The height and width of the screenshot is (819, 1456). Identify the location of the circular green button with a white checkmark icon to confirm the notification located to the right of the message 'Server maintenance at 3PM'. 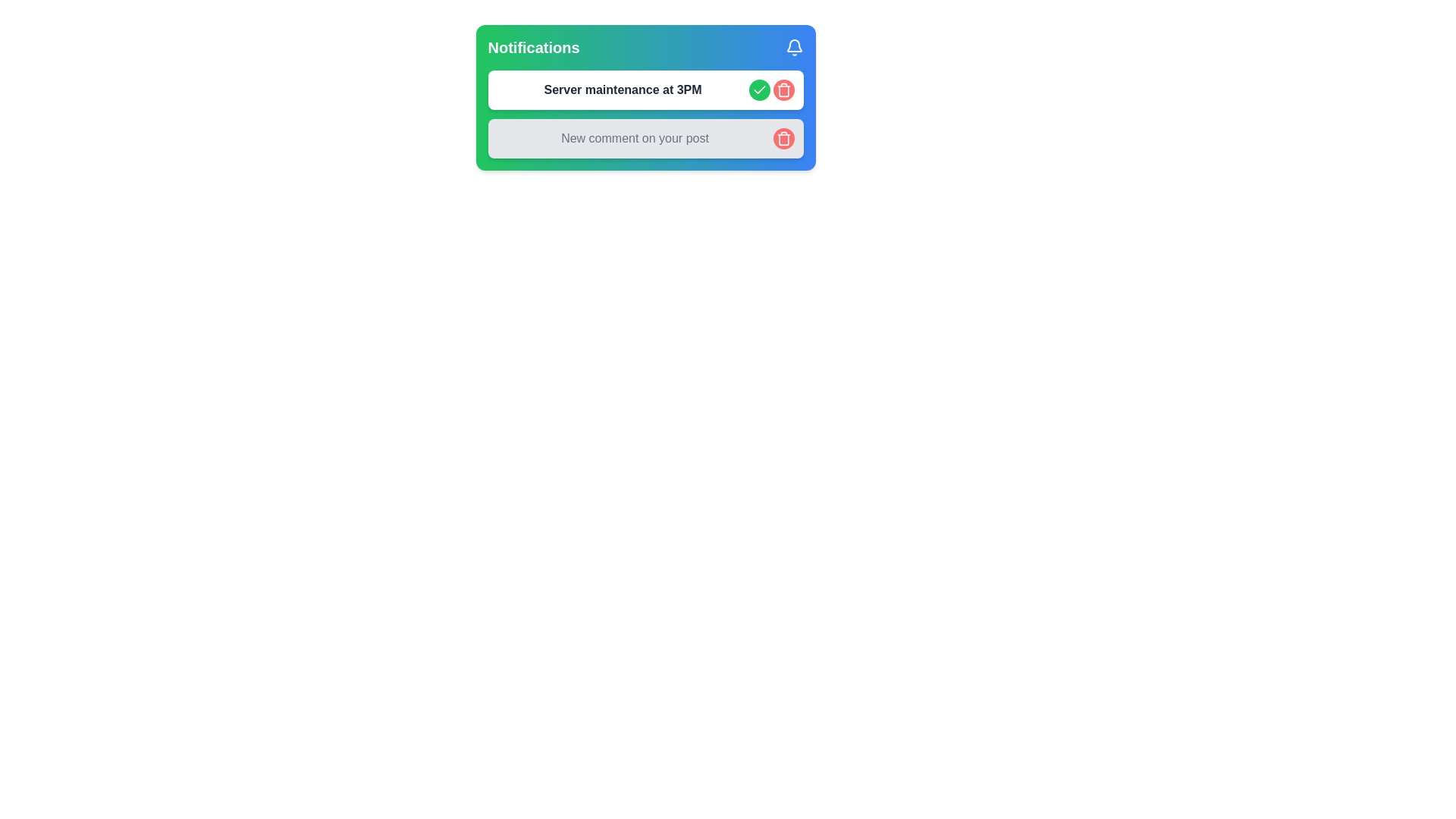
(759, 90).